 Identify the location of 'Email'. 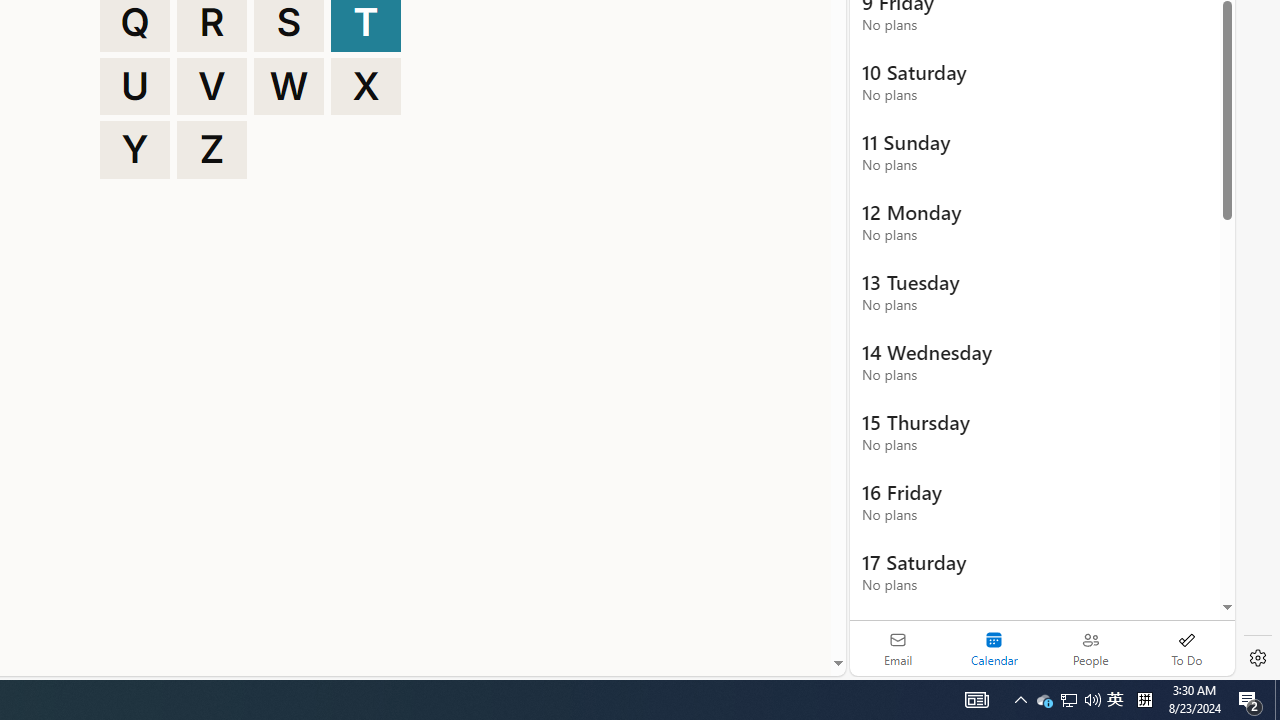
(897, 648).